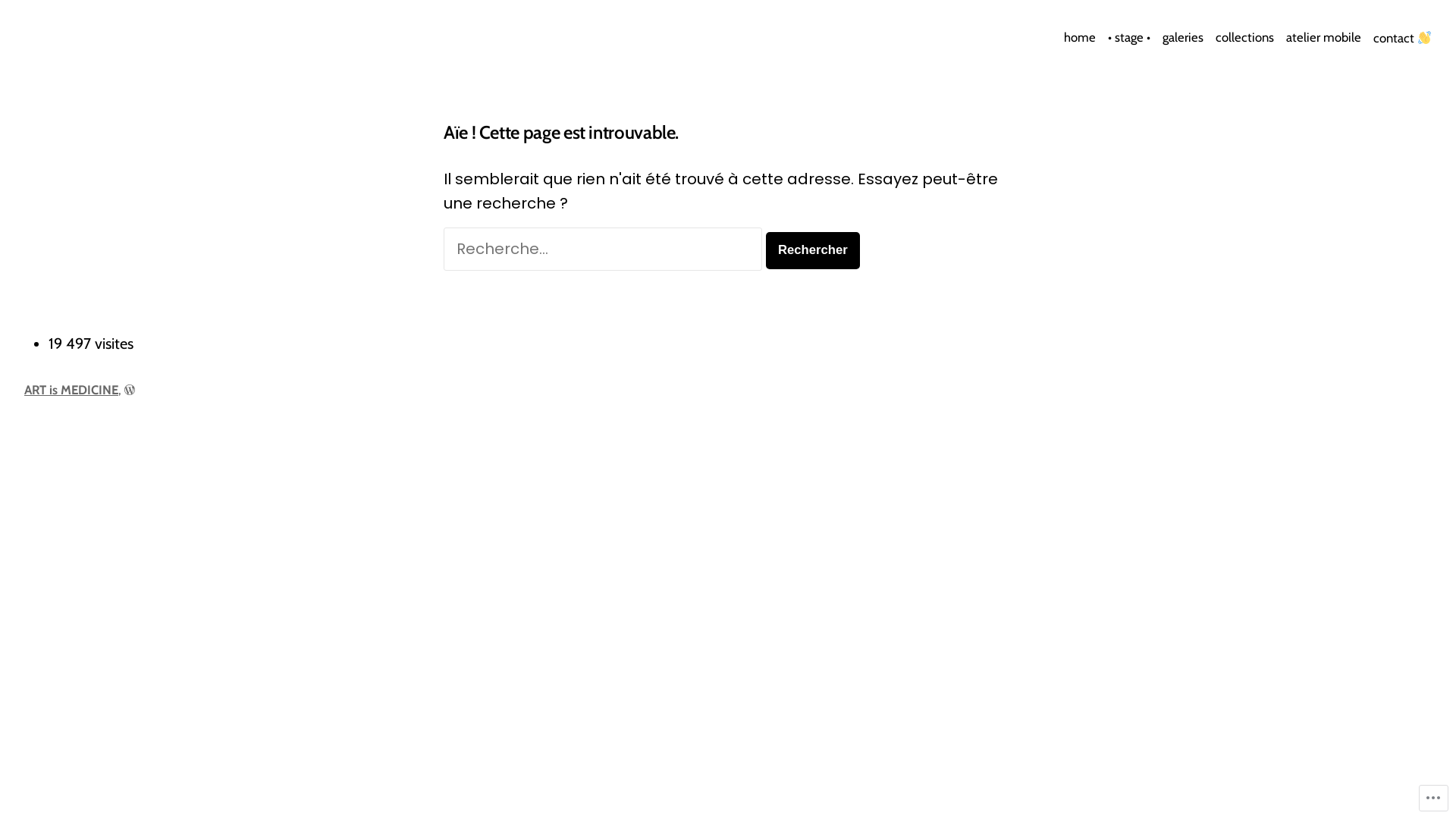 Image resolution: width=1456 pixels, height=819 pixels. What do you see at coordinates (105, 45) in the screenshot?
I see `'ART is MEDICINE'` at bounding box center [105, 45].